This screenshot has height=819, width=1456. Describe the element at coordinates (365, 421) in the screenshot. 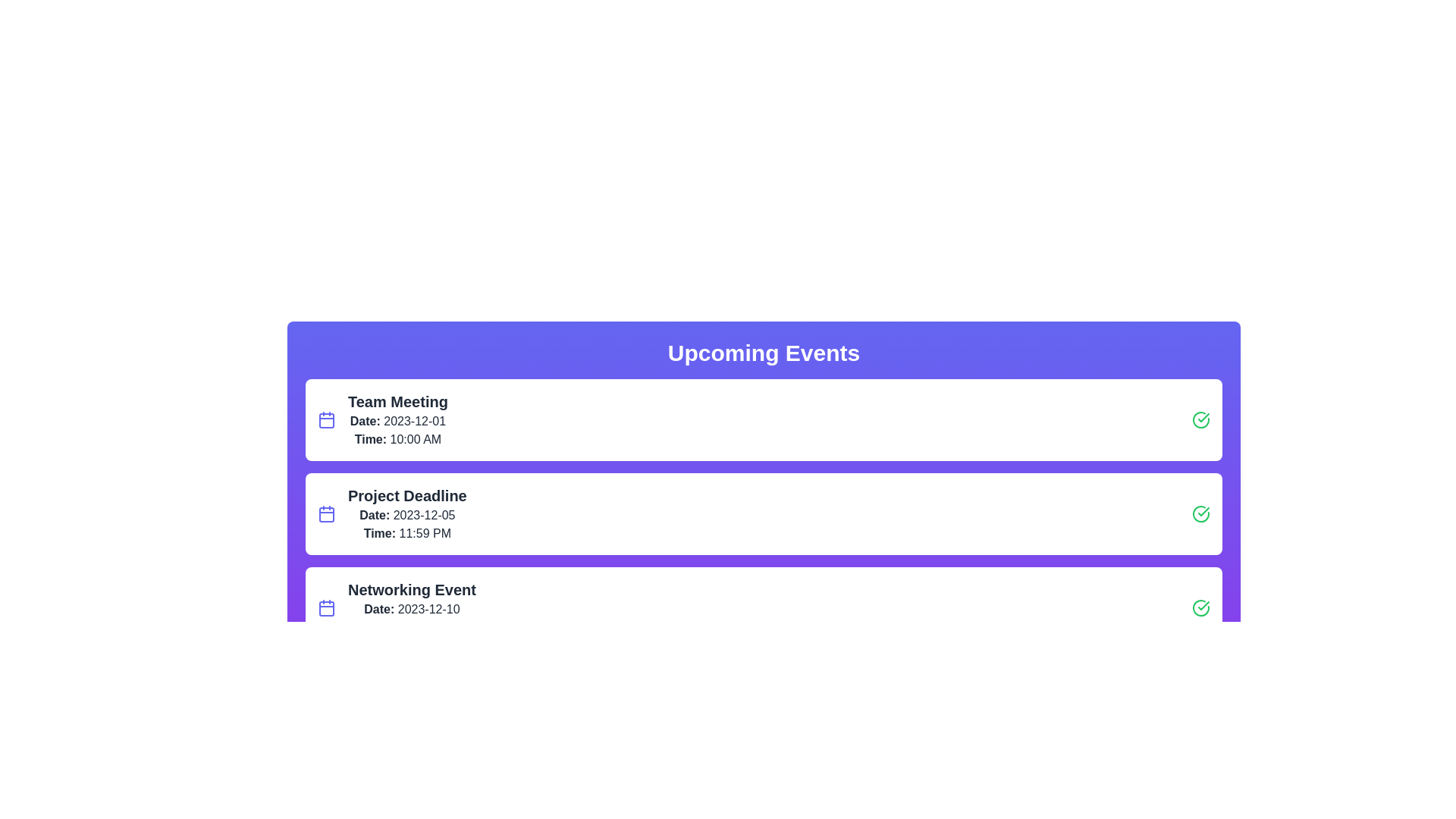

I see `the label text in the first event card labeled 'Team Meeting' located in the 'Upcoming Events' section, which identifies the associated date information for '2023-12-01'` at that location.